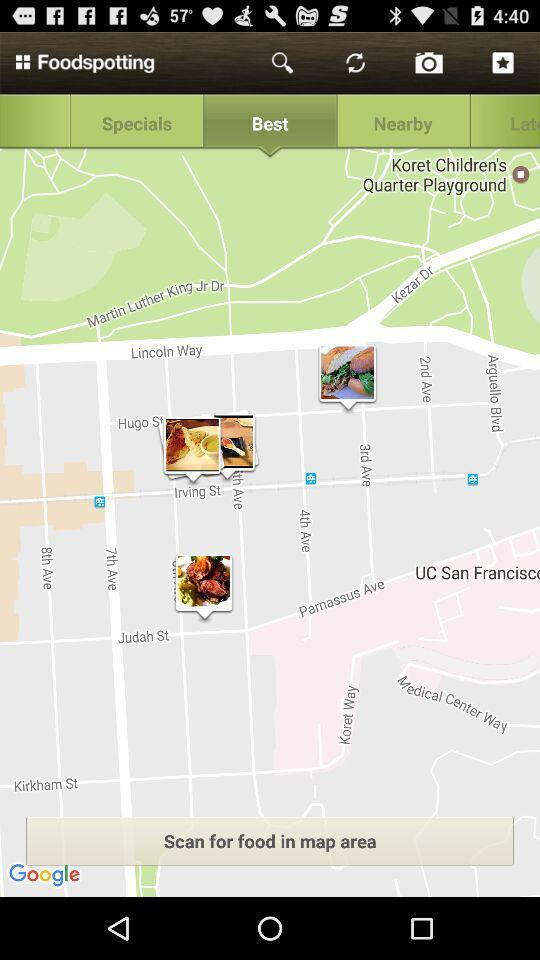 The image size is (540, 960). What do you see at coordinates (270, 123) in the screenshot?
I see `the button next to specials` at bounding box center [270, 123].